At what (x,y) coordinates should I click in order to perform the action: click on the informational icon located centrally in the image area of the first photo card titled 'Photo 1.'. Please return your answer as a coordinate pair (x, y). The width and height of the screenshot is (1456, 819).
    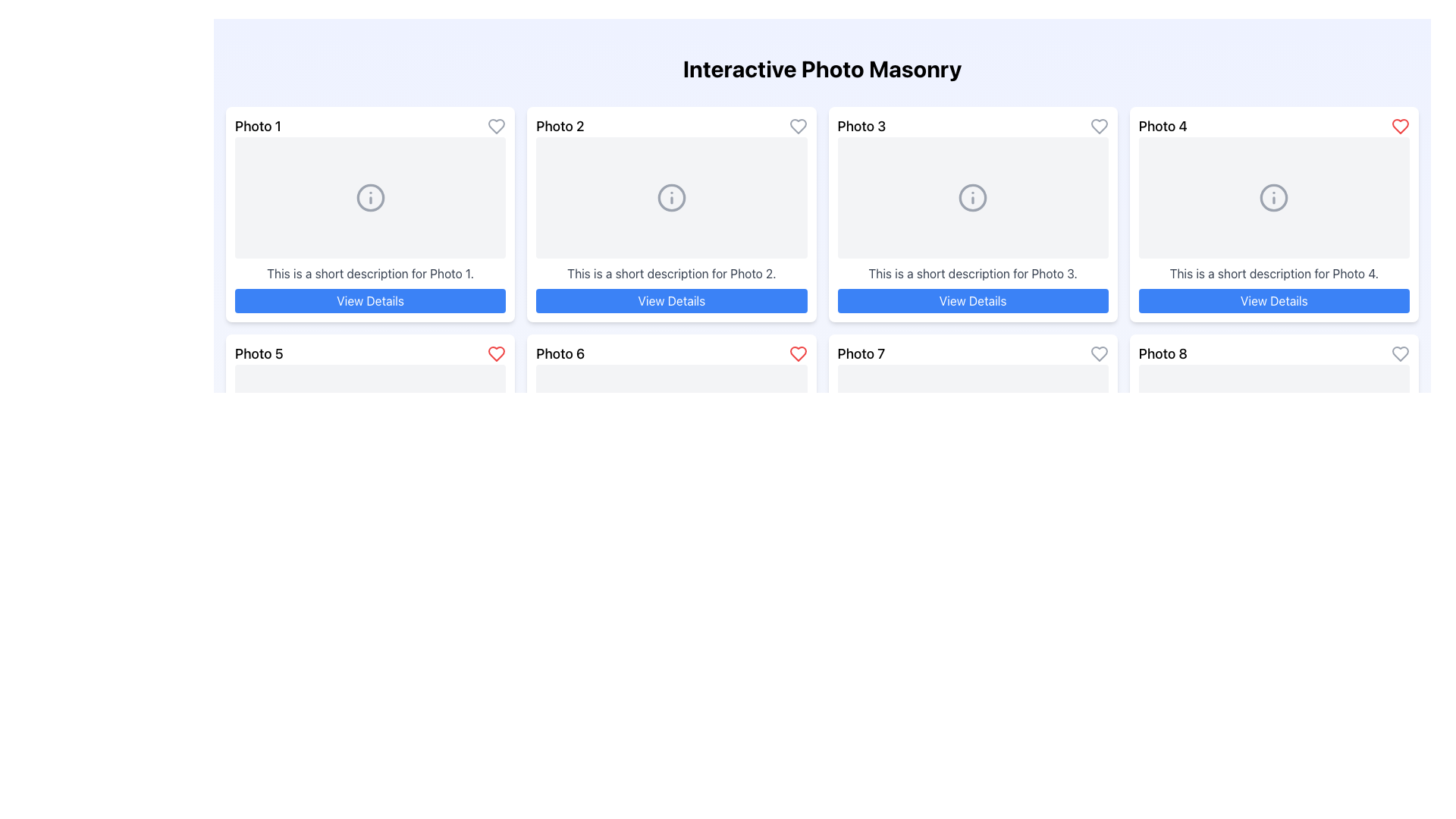
    Looking at the image, I should click on (370, 197).